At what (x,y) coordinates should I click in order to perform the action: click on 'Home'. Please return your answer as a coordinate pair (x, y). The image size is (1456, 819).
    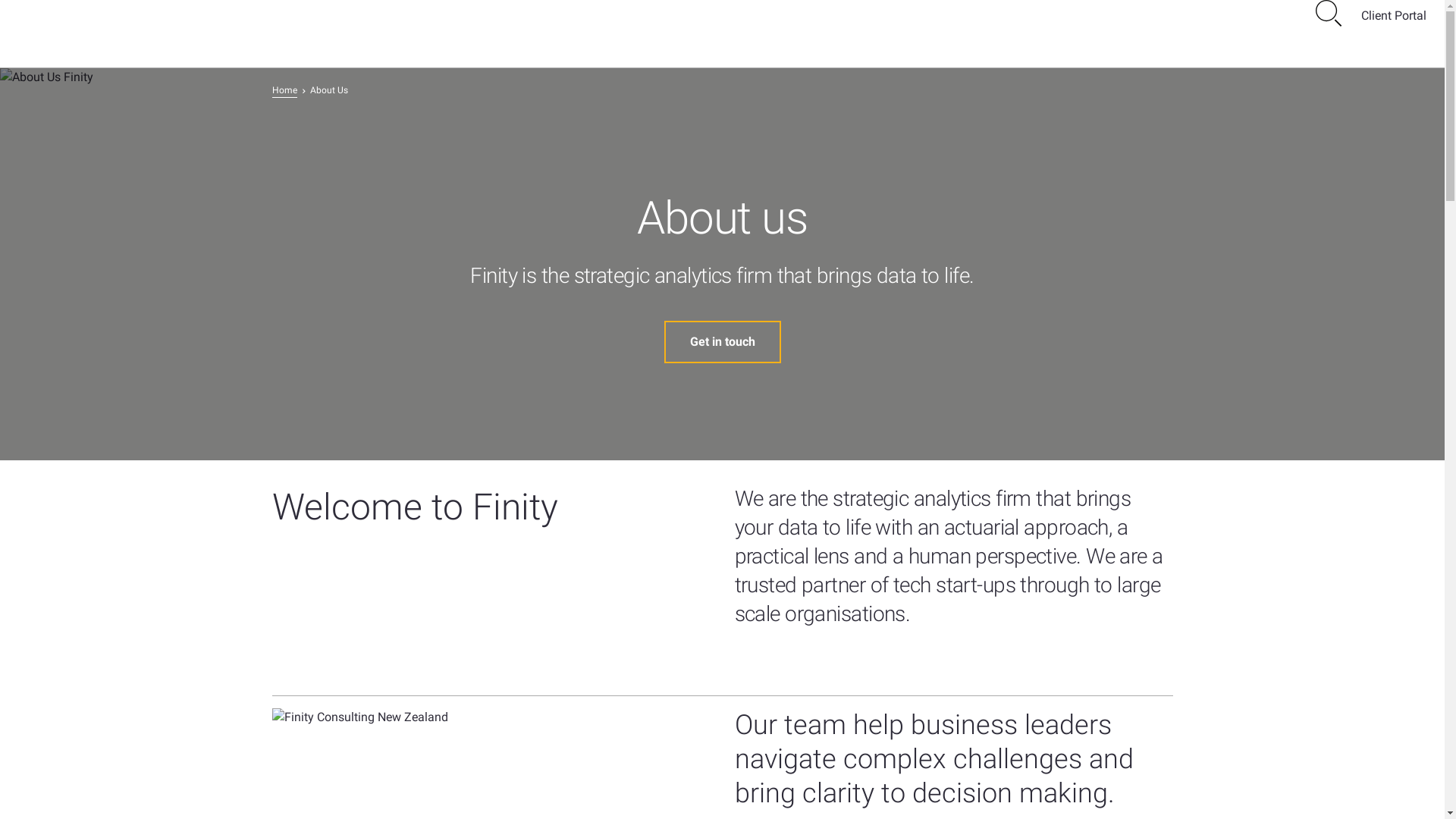
    Looking at the image, I should click on (284, 90).